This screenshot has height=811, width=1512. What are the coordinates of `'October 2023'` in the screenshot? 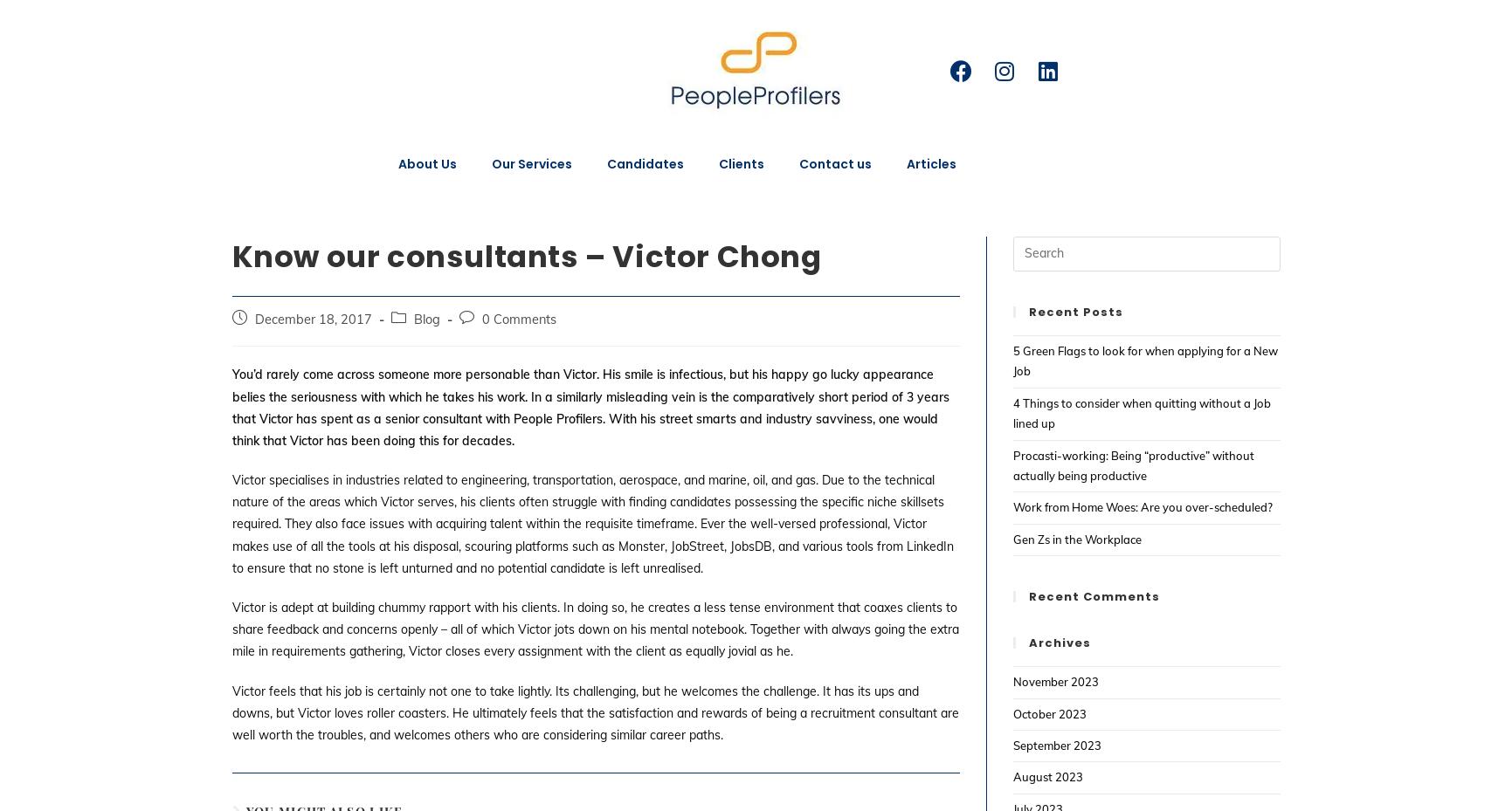 It's located at (1012, 711).